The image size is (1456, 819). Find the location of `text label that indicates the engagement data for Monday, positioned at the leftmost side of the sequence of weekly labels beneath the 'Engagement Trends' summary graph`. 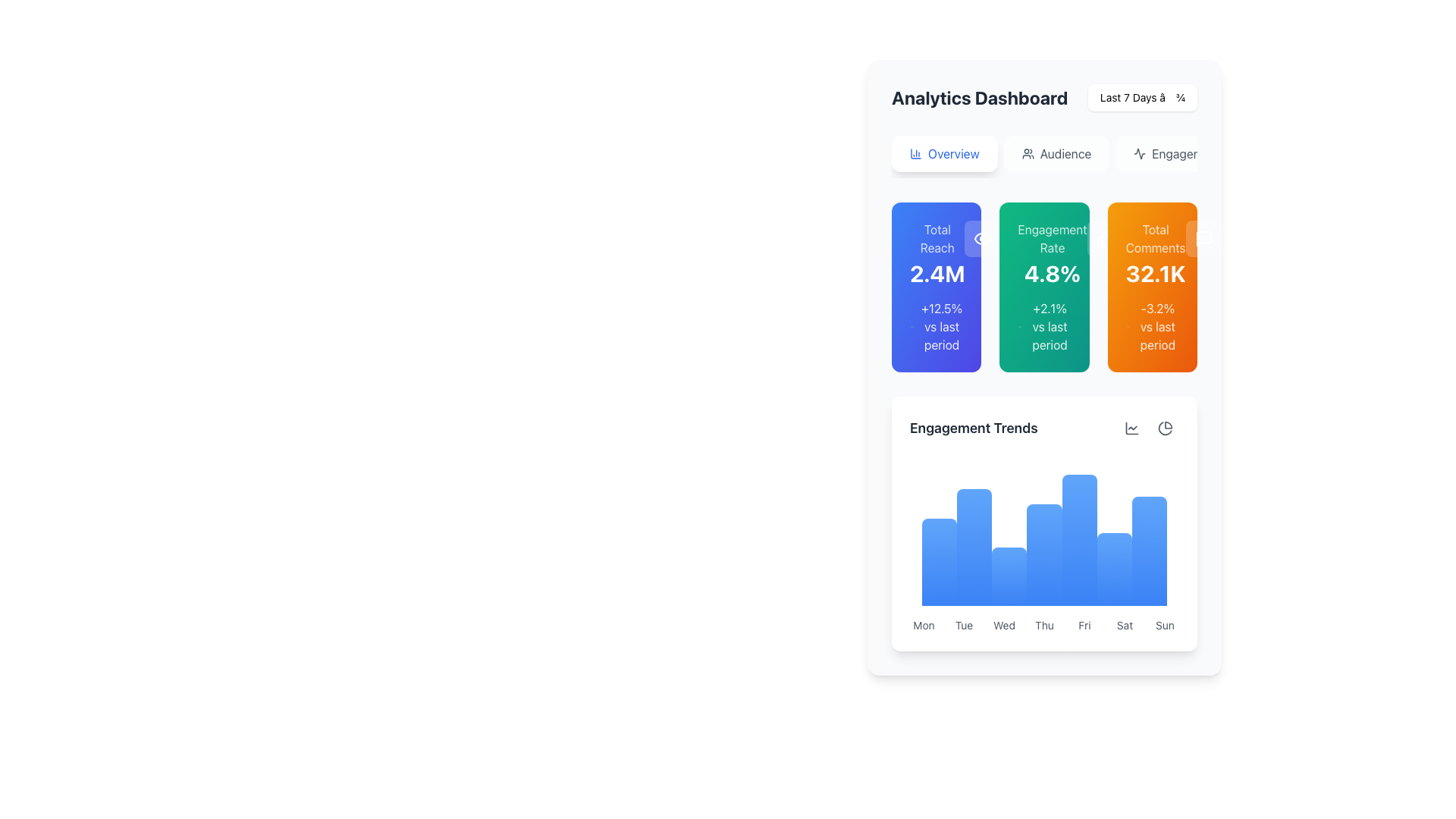

text label that indicates the engagement data for Monday, positioned at the leftmost side of the sequence of weekly labels beneath the 'Engagement Trends' summary graph is located at coordinates (923, 626).